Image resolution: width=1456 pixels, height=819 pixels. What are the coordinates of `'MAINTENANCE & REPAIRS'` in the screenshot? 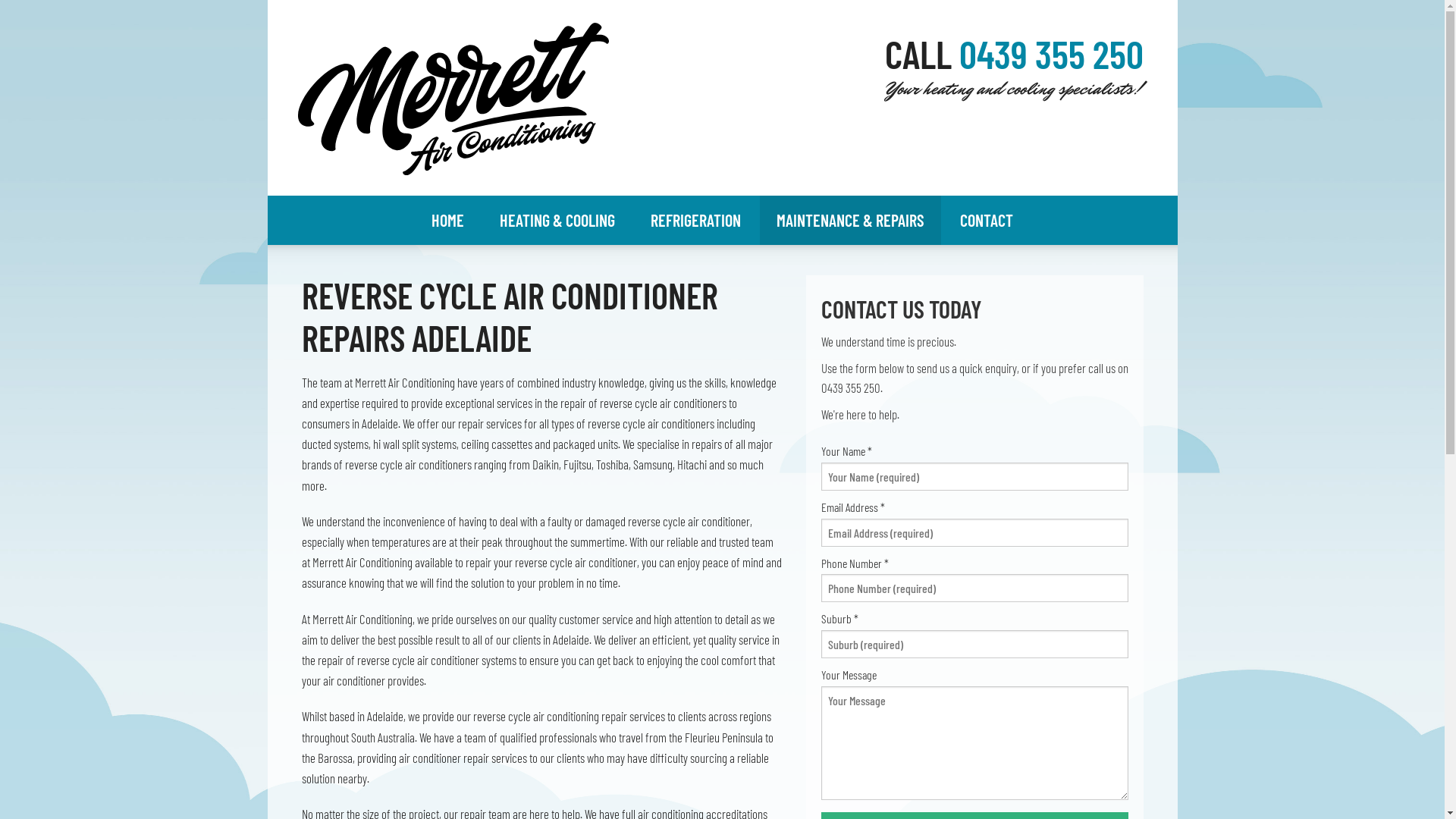 It's located at (850, 220).